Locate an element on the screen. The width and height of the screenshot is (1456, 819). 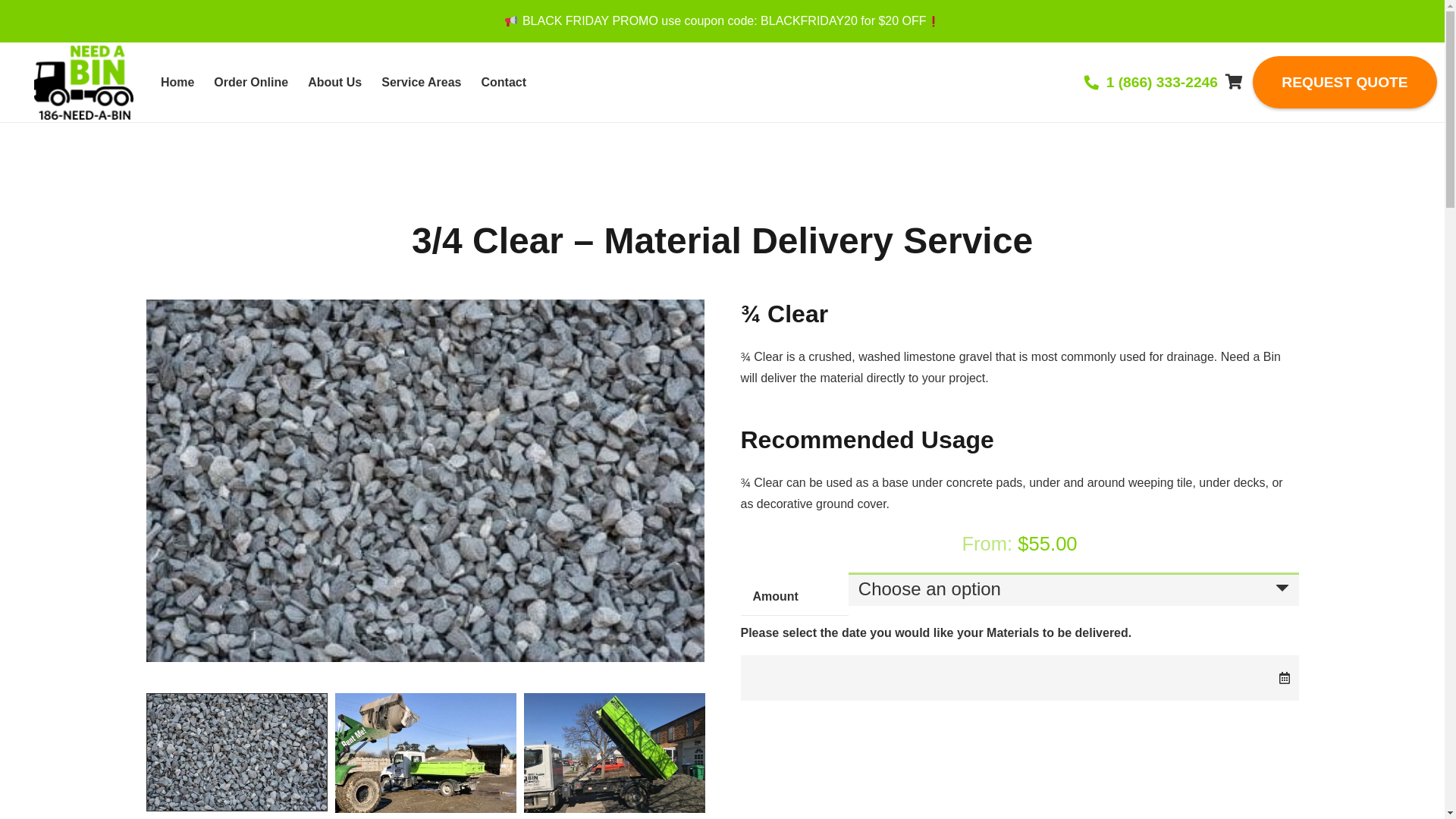
'Contact' is located at coordinates (504, 82).